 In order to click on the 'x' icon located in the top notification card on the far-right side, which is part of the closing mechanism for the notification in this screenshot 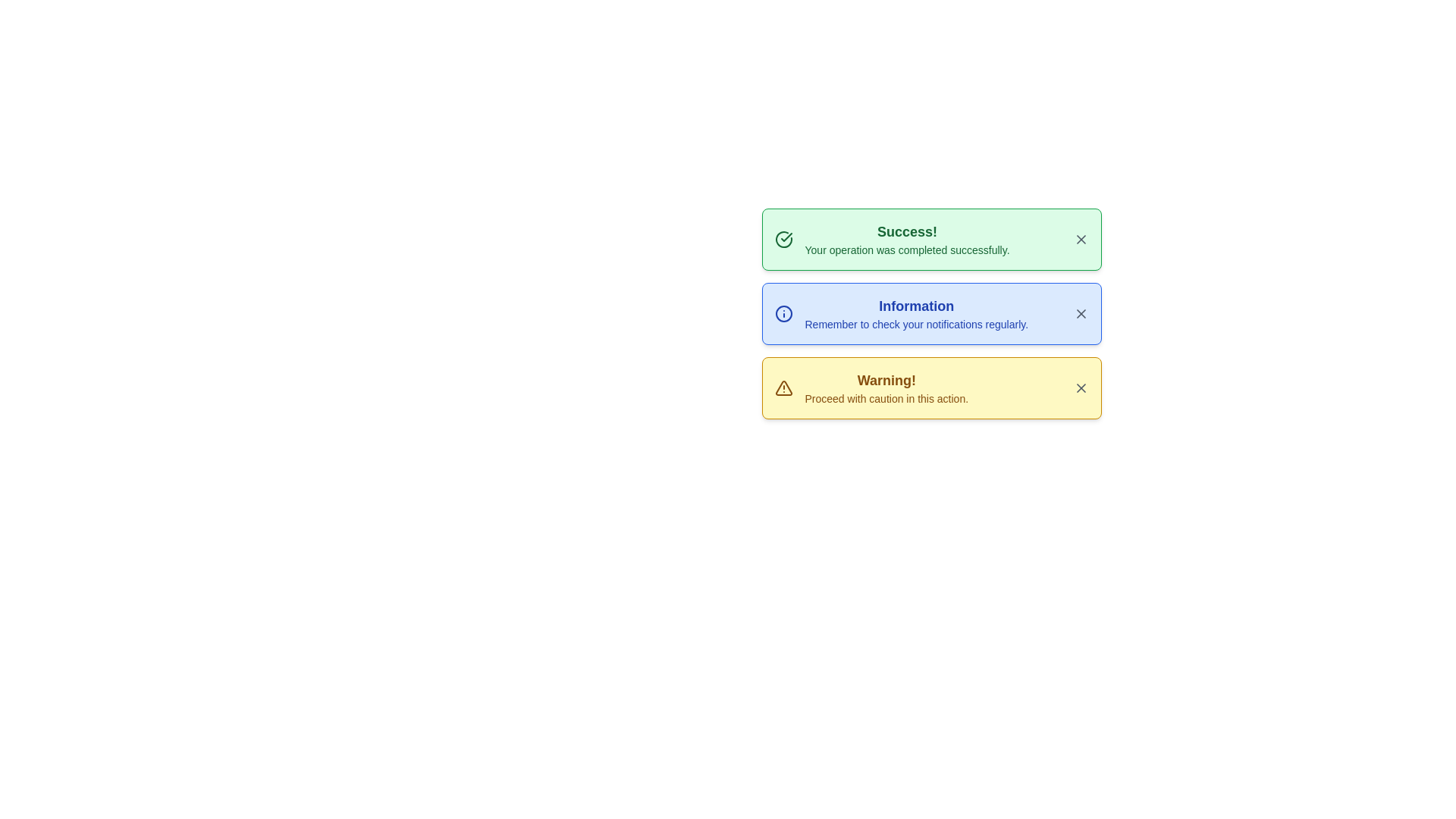, I will do `click(1080, 239)`.